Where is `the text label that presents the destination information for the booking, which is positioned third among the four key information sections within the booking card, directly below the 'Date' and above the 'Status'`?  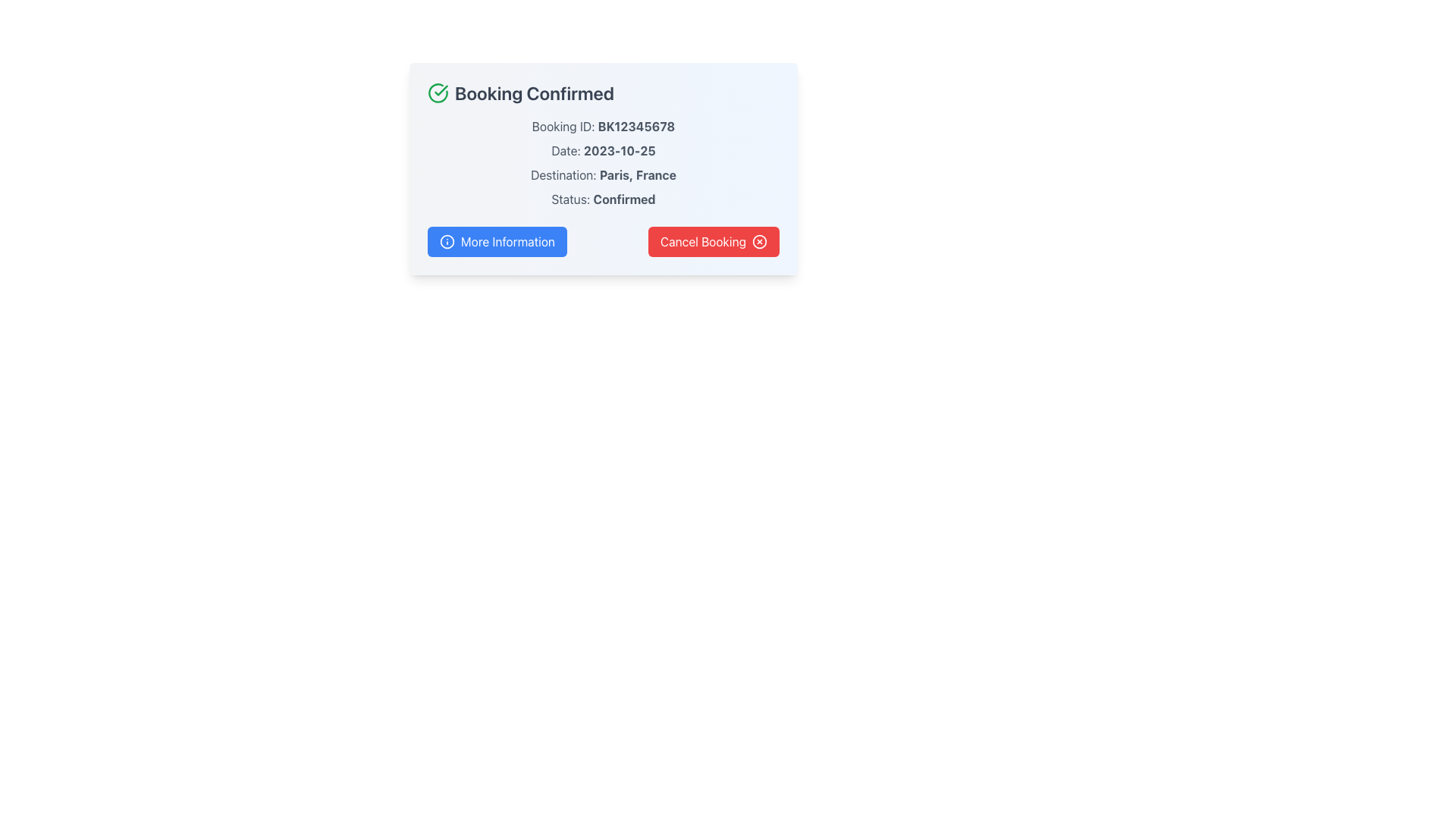
the text label that presents the destination information for the booking, which is positioned third among the four key information sections within the booking card, directly below the 'Date' and above the 'Status' is located at coordinates (603, 174).